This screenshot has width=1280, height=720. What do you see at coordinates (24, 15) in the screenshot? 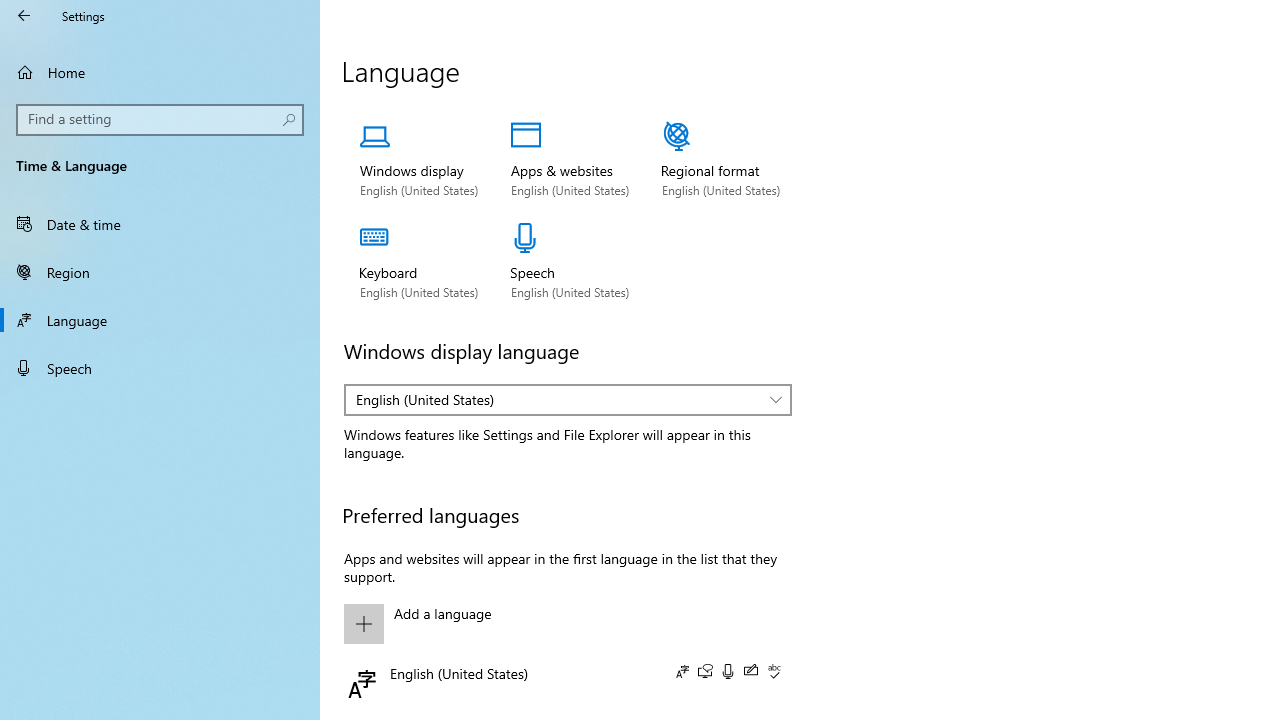
I see `'Back'` at bounding box center [24, 15].